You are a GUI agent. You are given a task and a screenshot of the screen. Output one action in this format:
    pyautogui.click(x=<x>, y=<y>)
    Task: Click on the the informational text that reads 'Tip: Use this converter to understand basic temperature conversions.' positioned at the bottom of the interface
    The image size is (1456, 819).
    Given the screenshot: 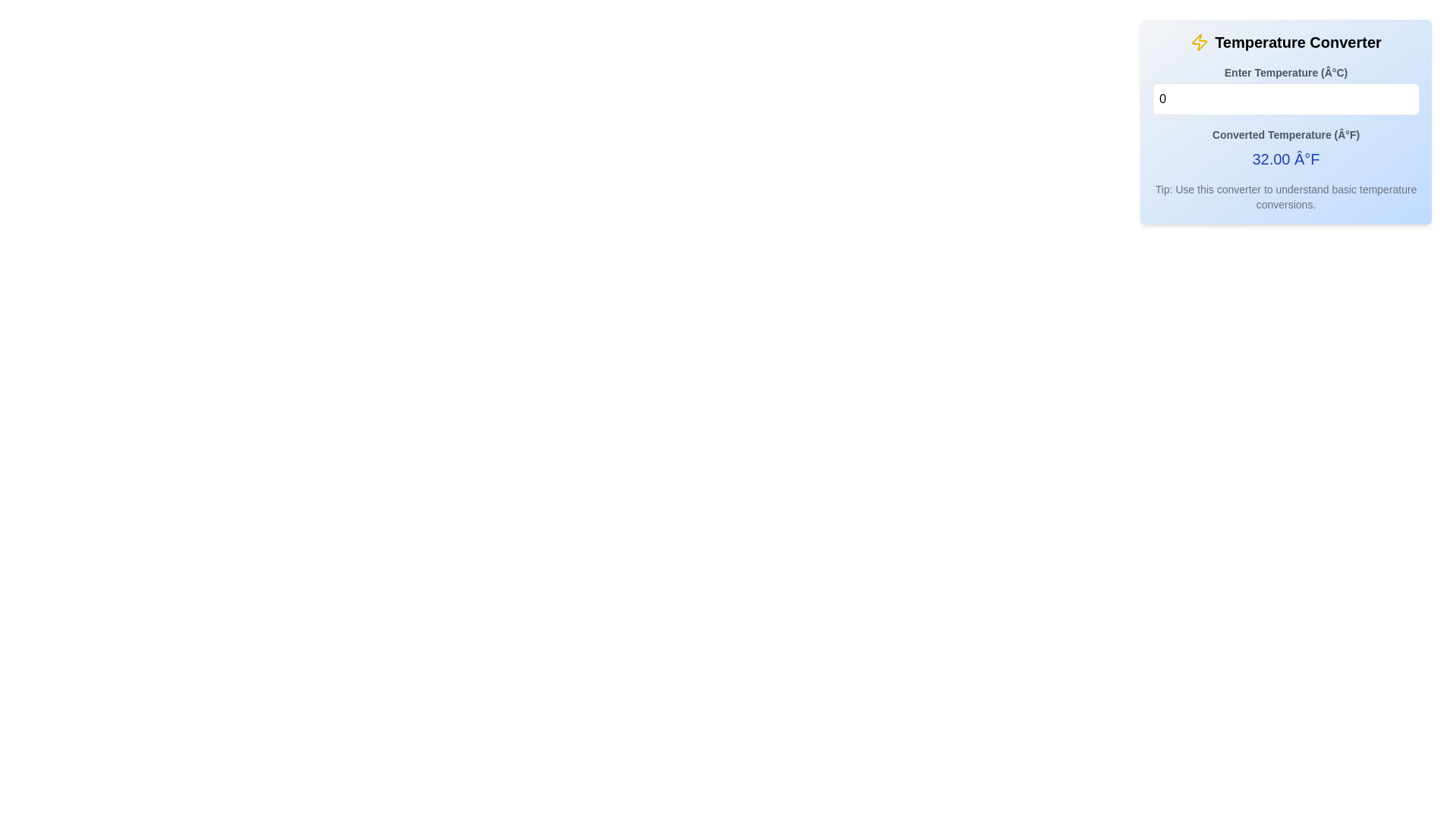 What is the action you would take?
    pyautogui.click(x=1285, y=196)
    